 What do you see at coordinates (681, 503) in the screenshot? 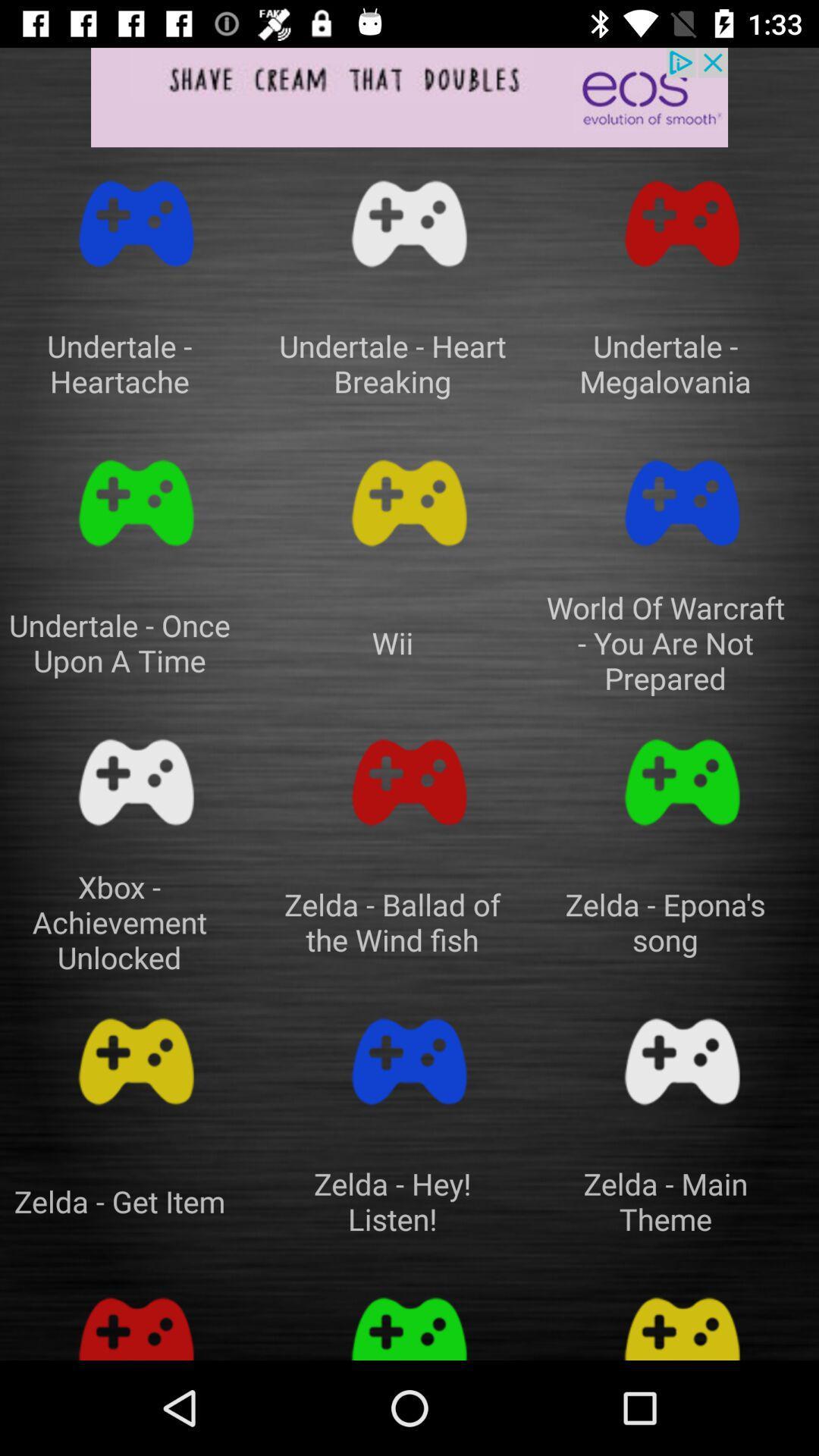
I see `open world of warcraft game` at bounding box center [681, 503].